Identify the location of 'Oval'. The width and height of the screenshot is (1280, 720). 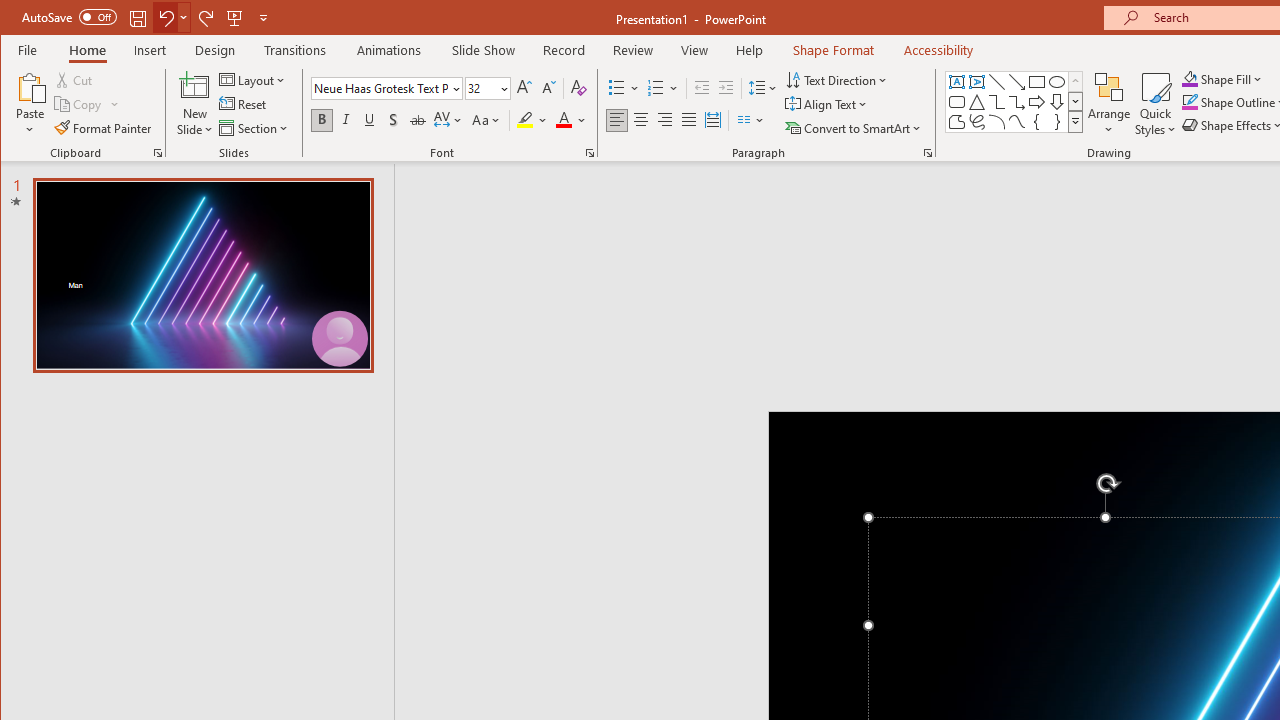
(1056, 81).